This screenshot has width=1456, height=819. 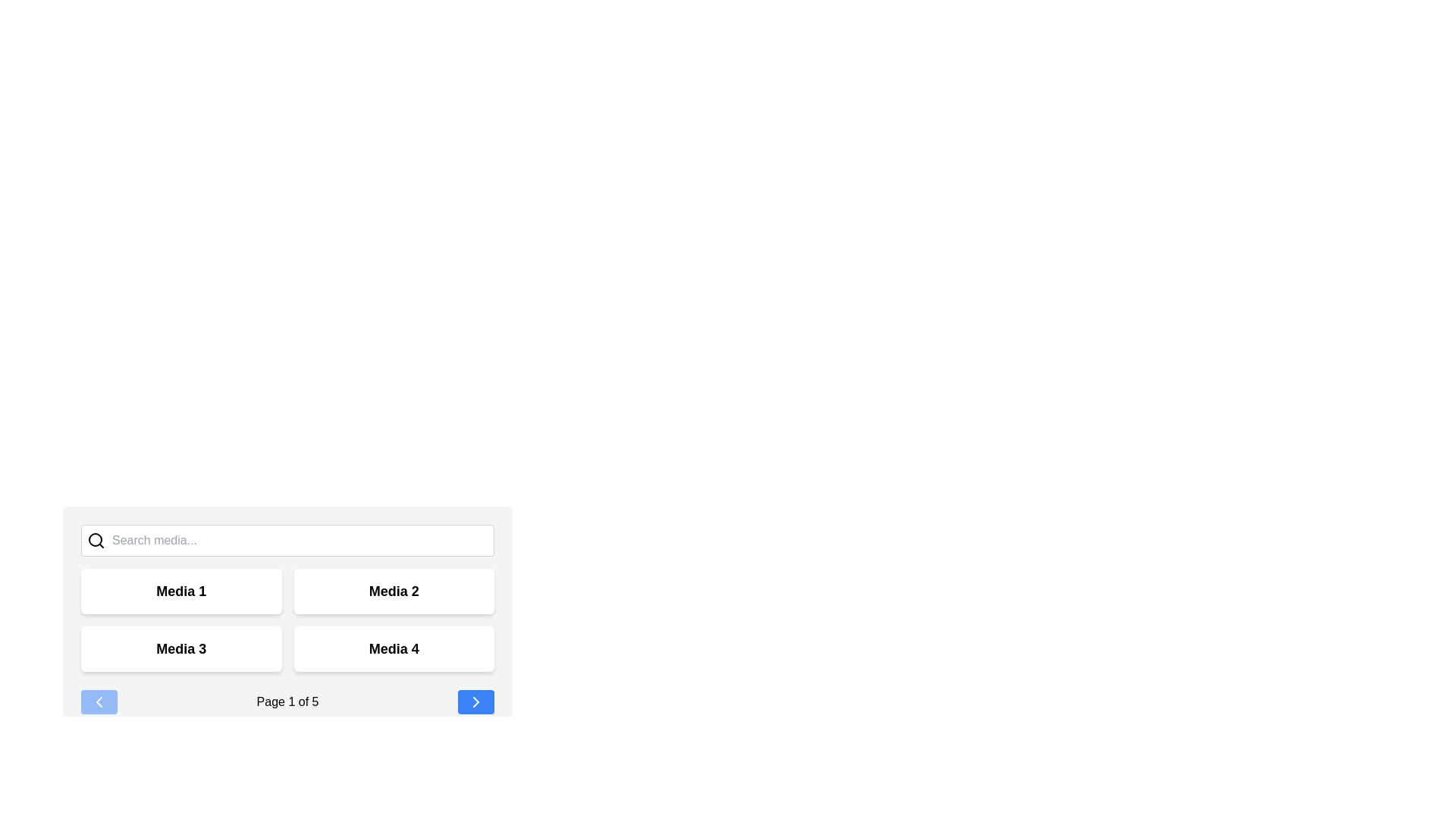 What do you see at coordinates (287, 701) in the screenshot?
I see `the text label displaying 'Page 1 of 5', which is centered at the bottom of the navigation panel` at bounding box center [287, 701].